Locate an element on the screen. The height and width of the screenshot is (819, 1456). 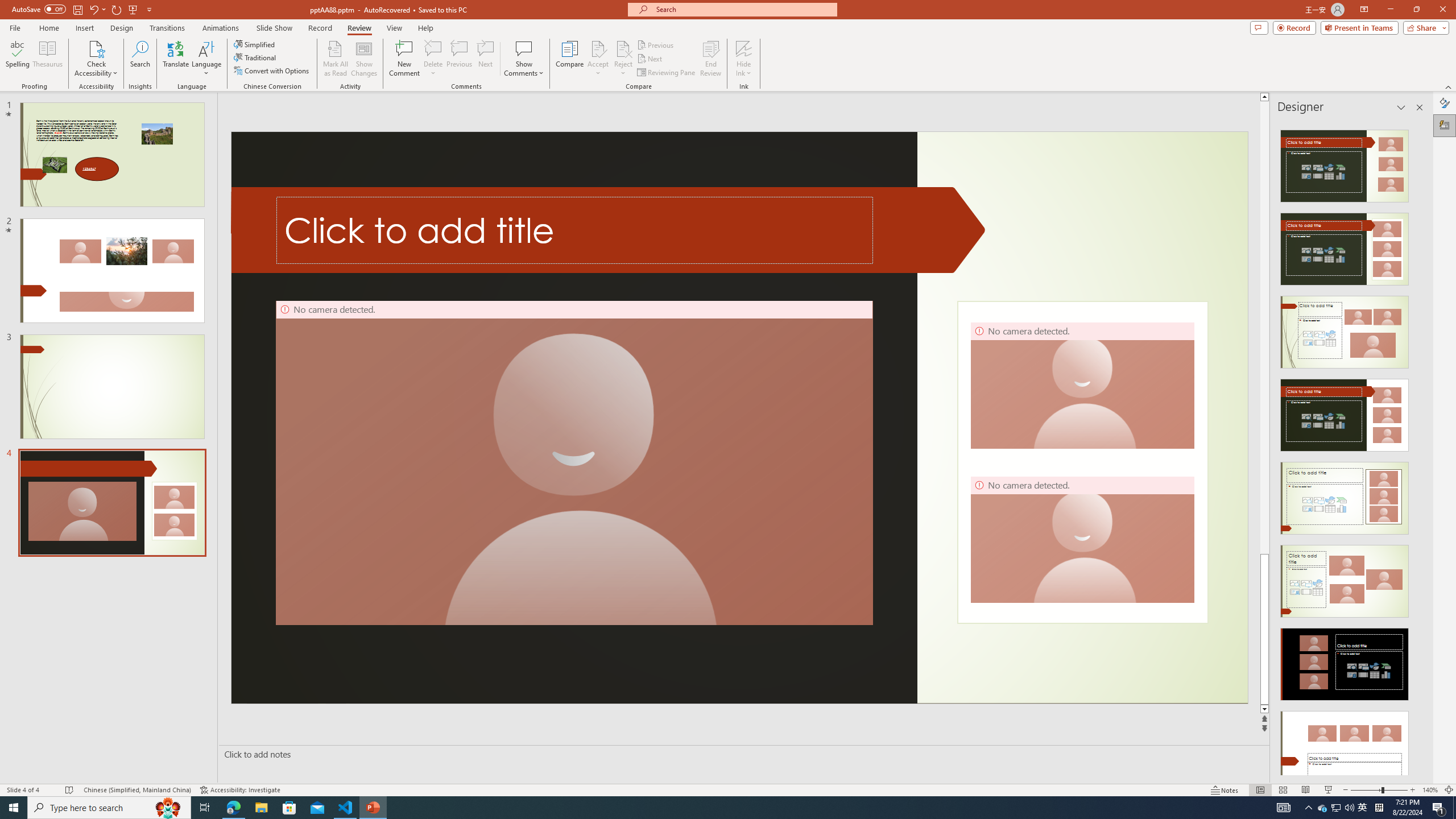
'Hide Ink' is located at coordinates (744, 48).